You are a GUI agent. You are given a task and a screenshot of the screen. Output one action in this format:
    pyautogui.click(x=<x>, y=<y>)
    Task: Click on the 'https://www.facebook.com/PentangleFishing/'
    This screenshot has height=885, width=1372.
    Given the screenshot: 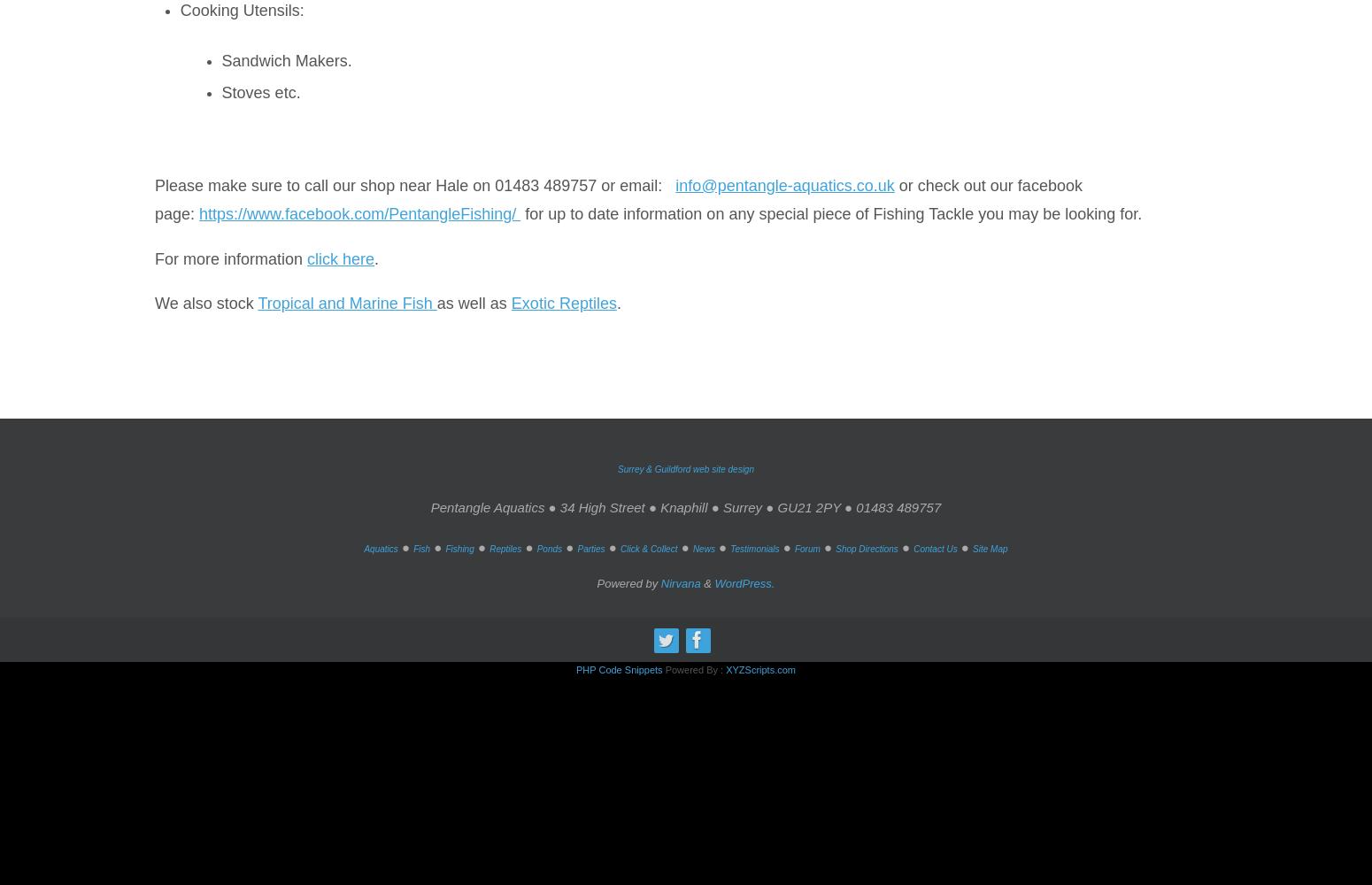 What is the action you would take?
    pyautogui.click(x=198, y=213)
    